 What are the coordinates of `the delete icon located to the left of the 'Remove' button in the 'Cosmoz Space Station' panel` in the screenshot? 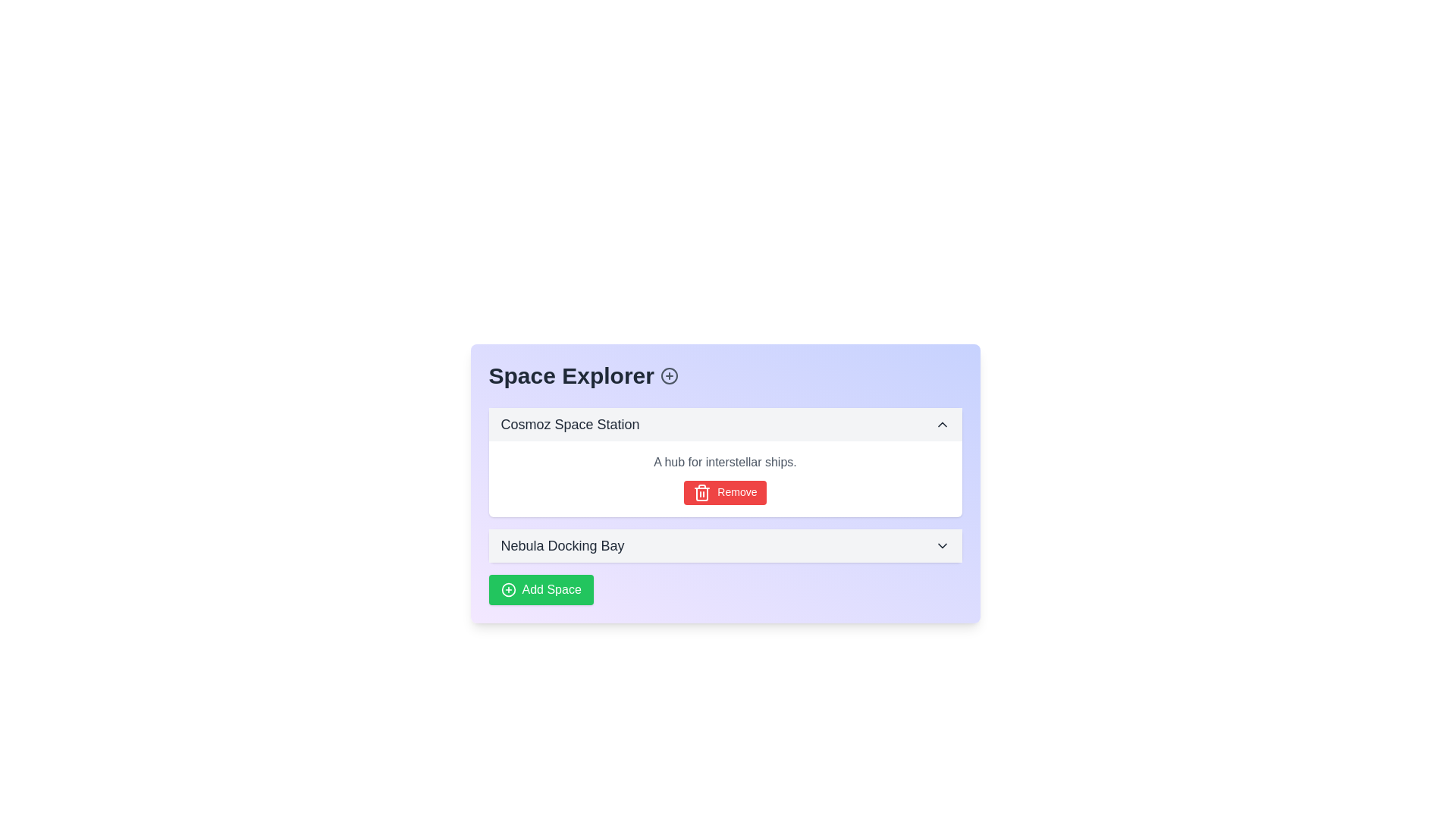 It's located at (701, 493).